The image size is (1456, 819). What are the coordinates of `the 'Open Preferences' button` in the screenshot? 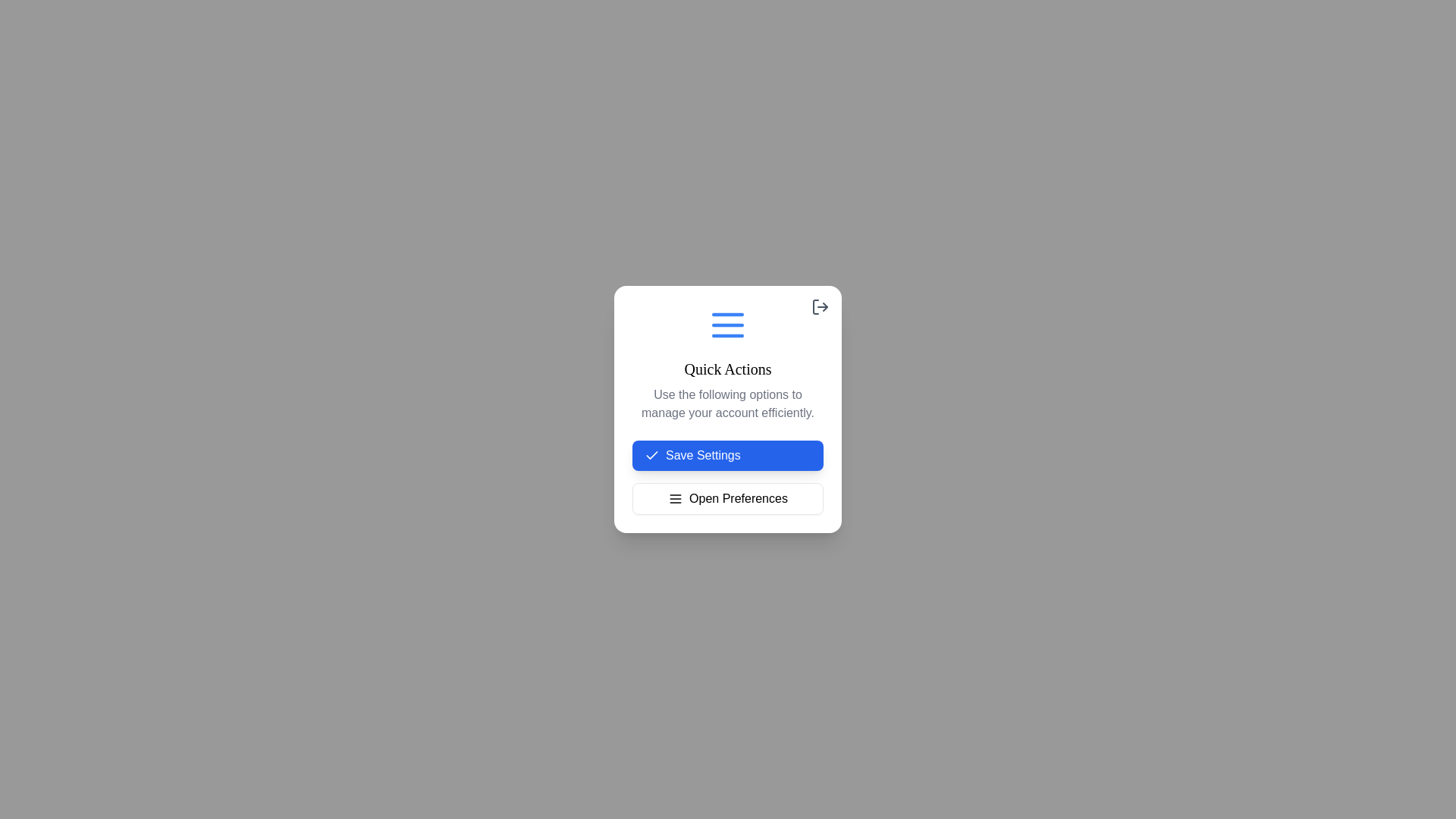 It's located at (728, 499).